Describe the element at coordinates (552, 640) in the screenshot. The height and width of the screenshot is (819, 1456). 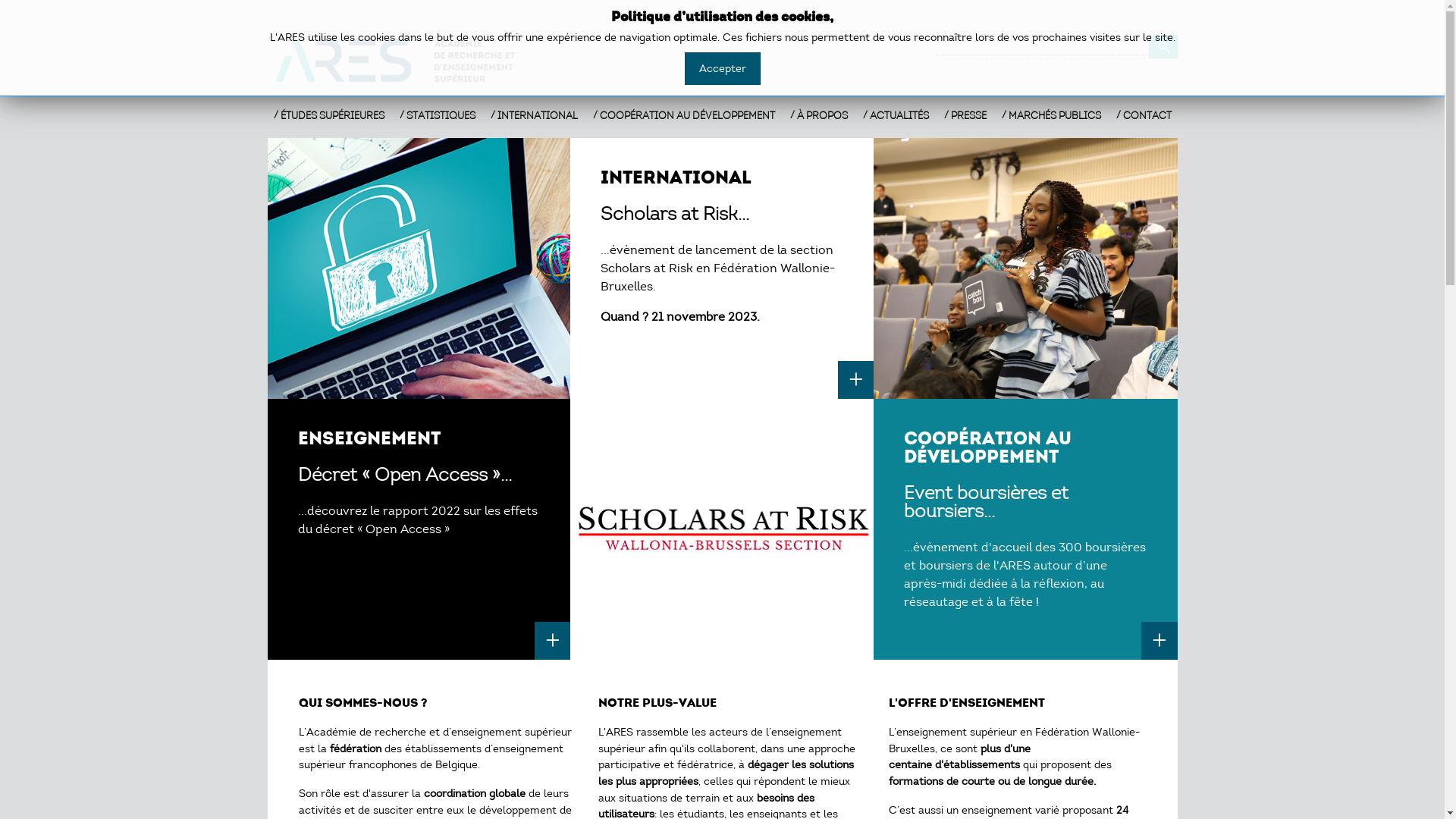
I see `'+'` at that location.